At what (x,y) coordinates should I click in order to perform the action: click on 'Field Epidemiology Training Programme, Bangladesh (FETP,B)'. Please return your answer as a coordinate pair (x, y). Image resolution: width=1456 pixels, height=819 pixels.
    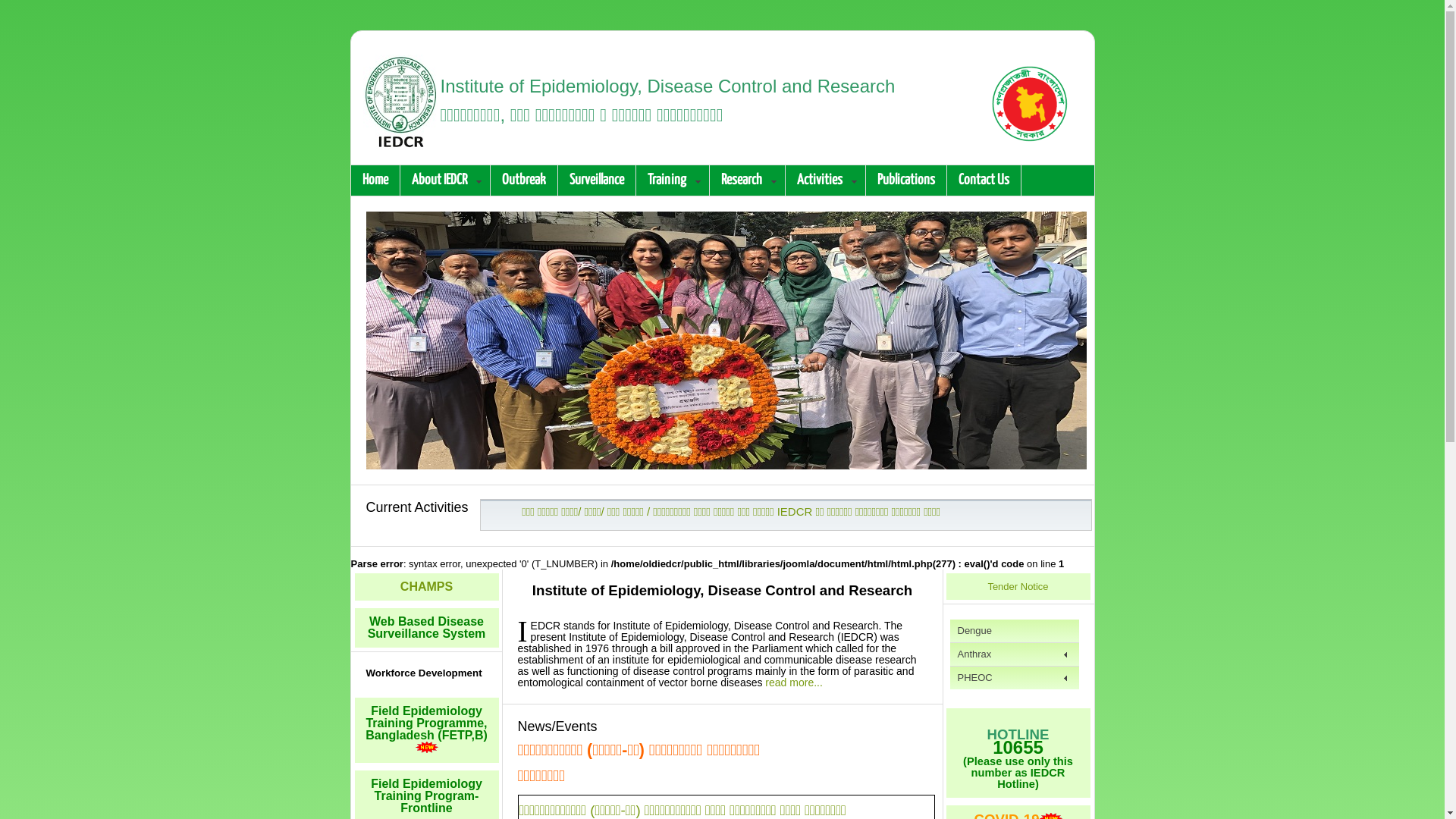
    Looking at the image, I should click on (425, 729).